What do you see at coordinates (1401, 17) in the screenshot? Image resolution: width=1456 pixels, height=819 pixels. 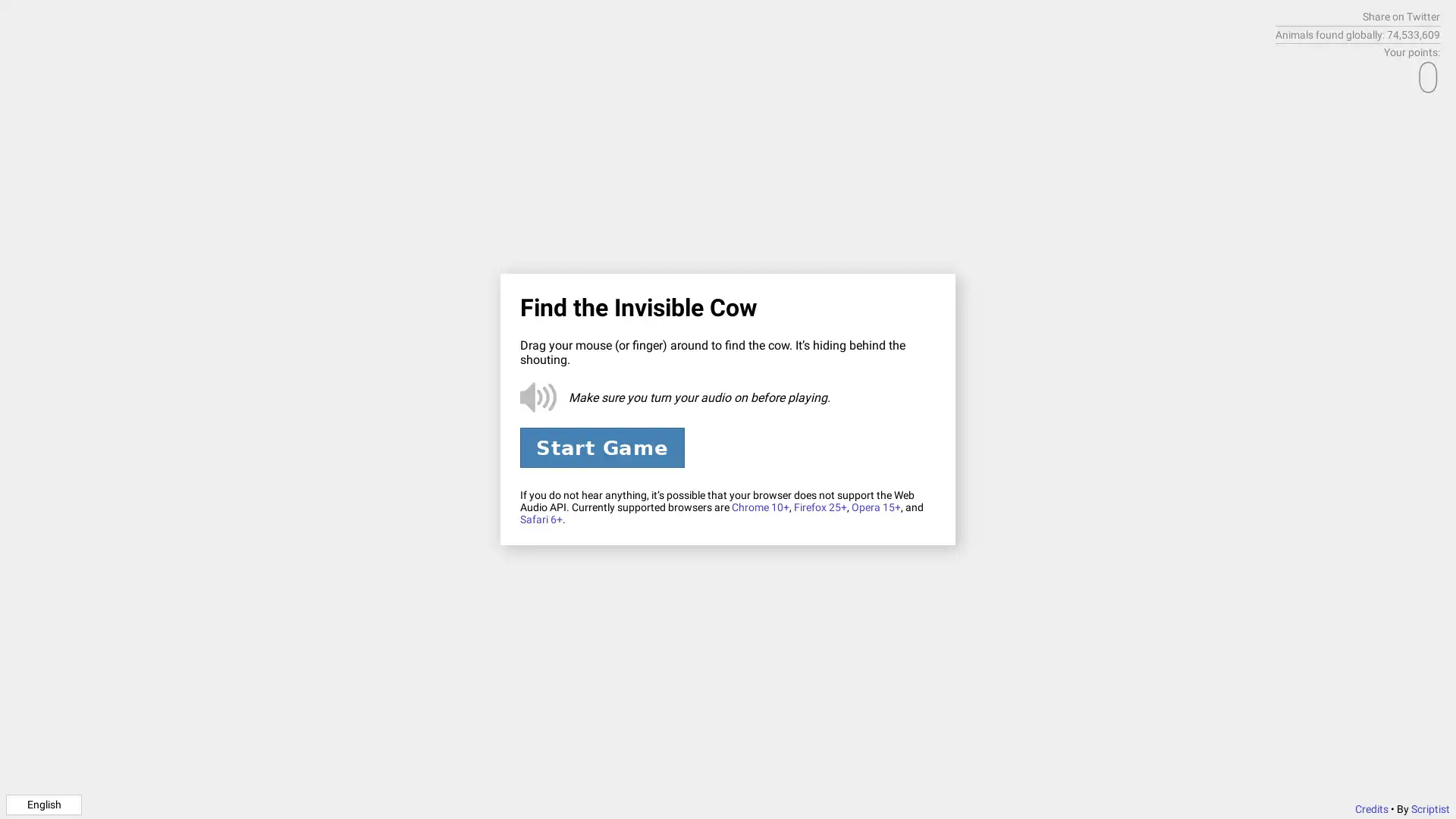 I see `Share on Twitter` at bounding box center [1401, 17].